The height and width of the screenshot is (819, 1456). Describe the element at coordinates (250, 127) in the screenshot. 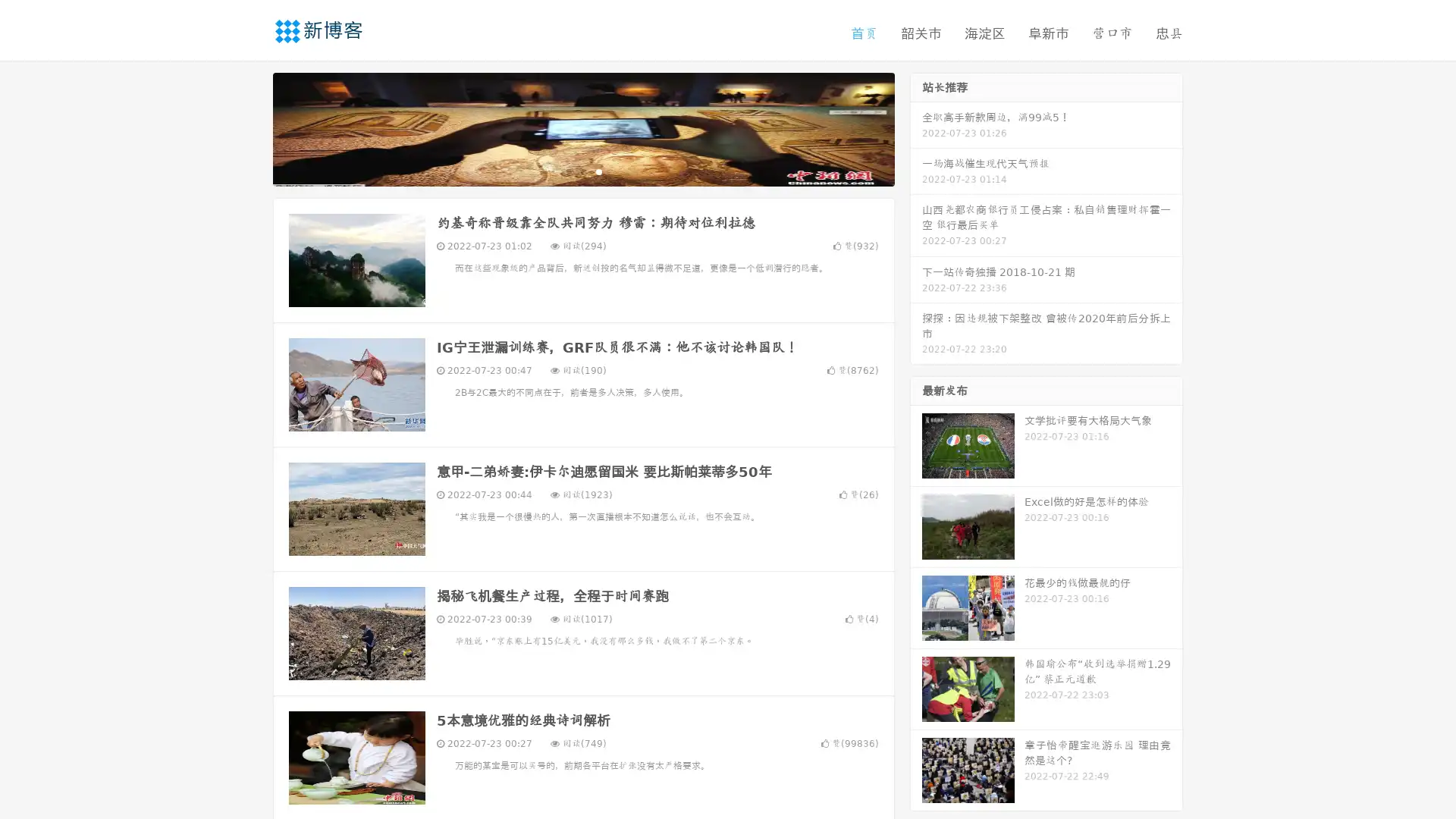

I see `Previous slide` at that location.